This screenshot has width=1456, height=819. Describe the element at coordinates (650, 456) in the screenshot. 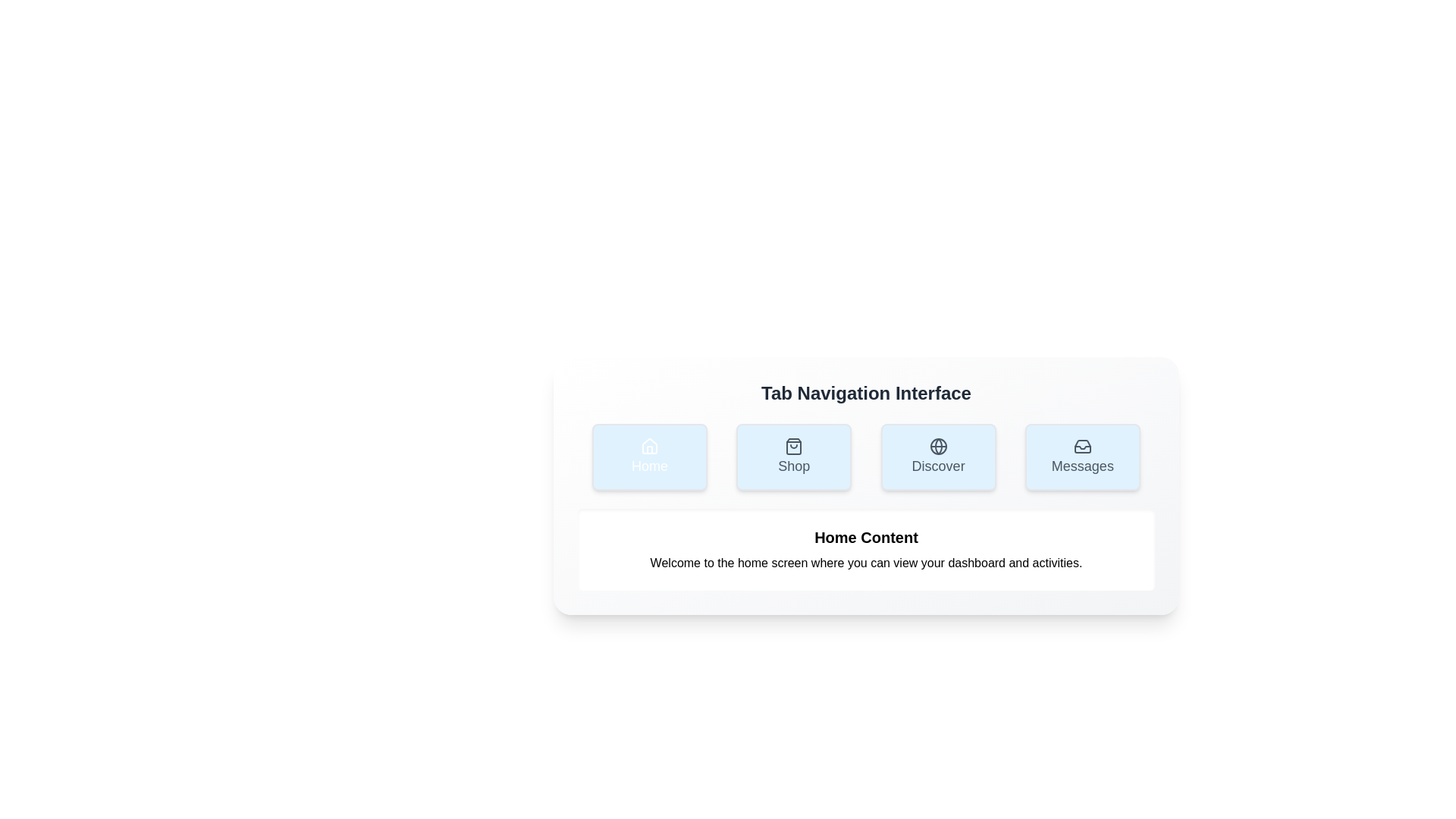

I see `the 'Home' button, which is the first in a row of four buttons including 'Shop,' 'Discover,' and 'Messages,' located at the top-left portion of the button set` at that location.